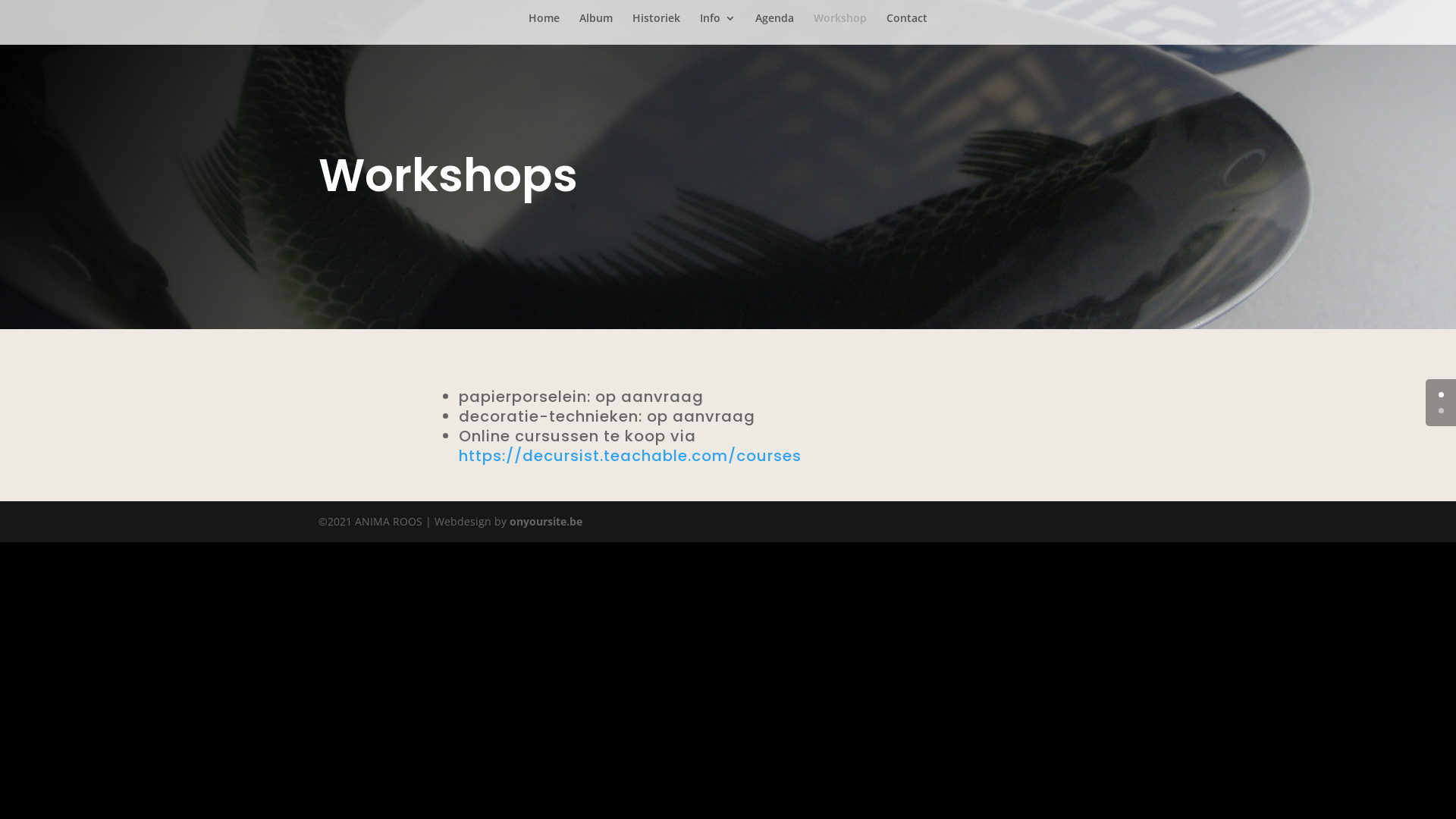 The width and height of the screenshot is (1456, 819). What do you see at coordinates (544, 29) in the screenshot?
I see `'Home'` at bounding box center [544, 29].